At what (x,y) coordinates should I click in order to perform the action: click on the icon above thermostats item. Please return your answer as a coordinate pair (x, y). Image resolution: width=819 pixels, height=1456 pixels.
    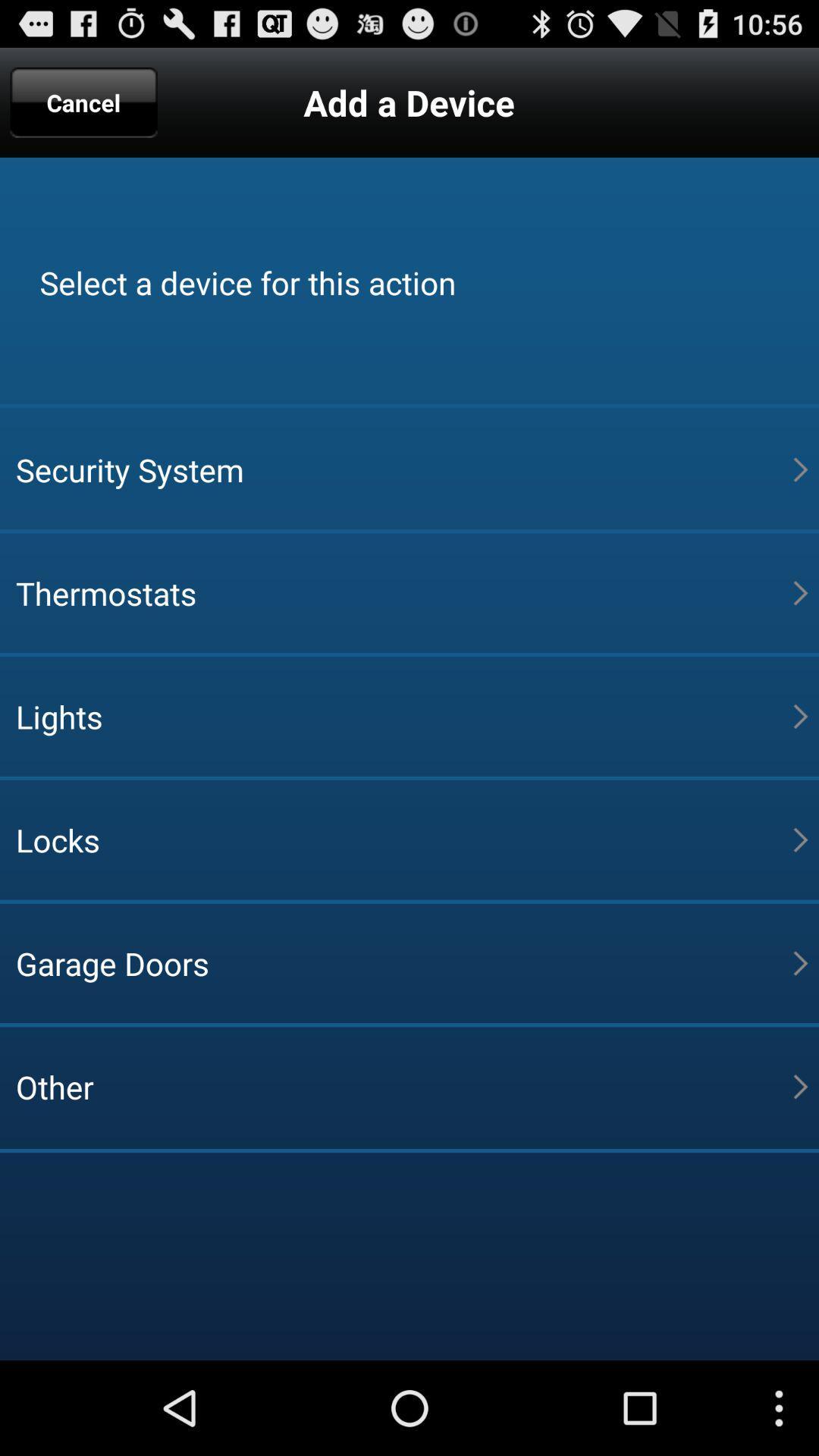
    Looking at the image, I should click on (403, 469).